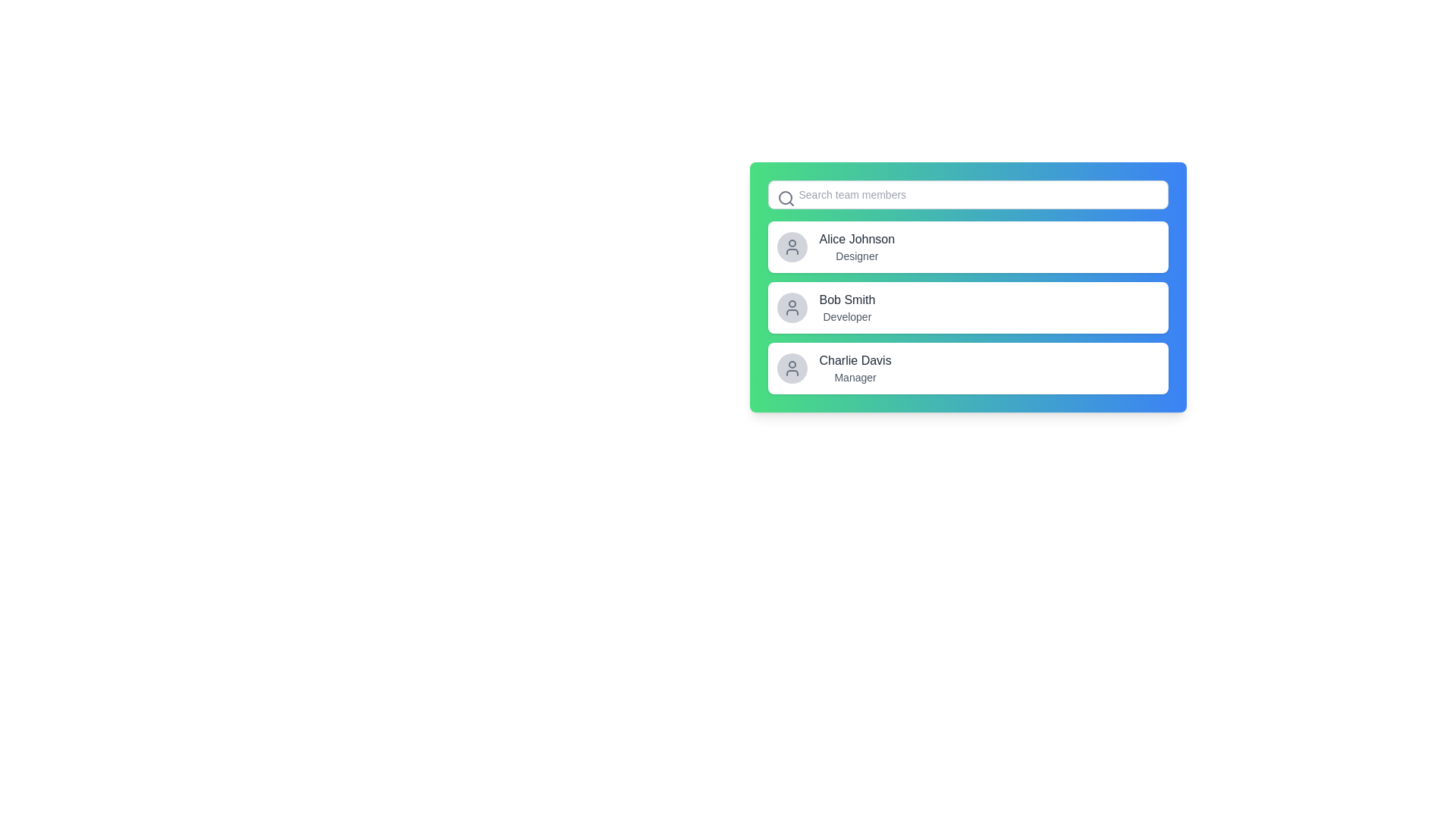 The width and height of the screenshot is (1456, 819). What do you see at coordinates (791, 246) in the screenshot?
I see `the user profile icon for the first team member, which is located to the left of the text label 'Alice Johnson - Designer'` at bounding box center [791, 246].